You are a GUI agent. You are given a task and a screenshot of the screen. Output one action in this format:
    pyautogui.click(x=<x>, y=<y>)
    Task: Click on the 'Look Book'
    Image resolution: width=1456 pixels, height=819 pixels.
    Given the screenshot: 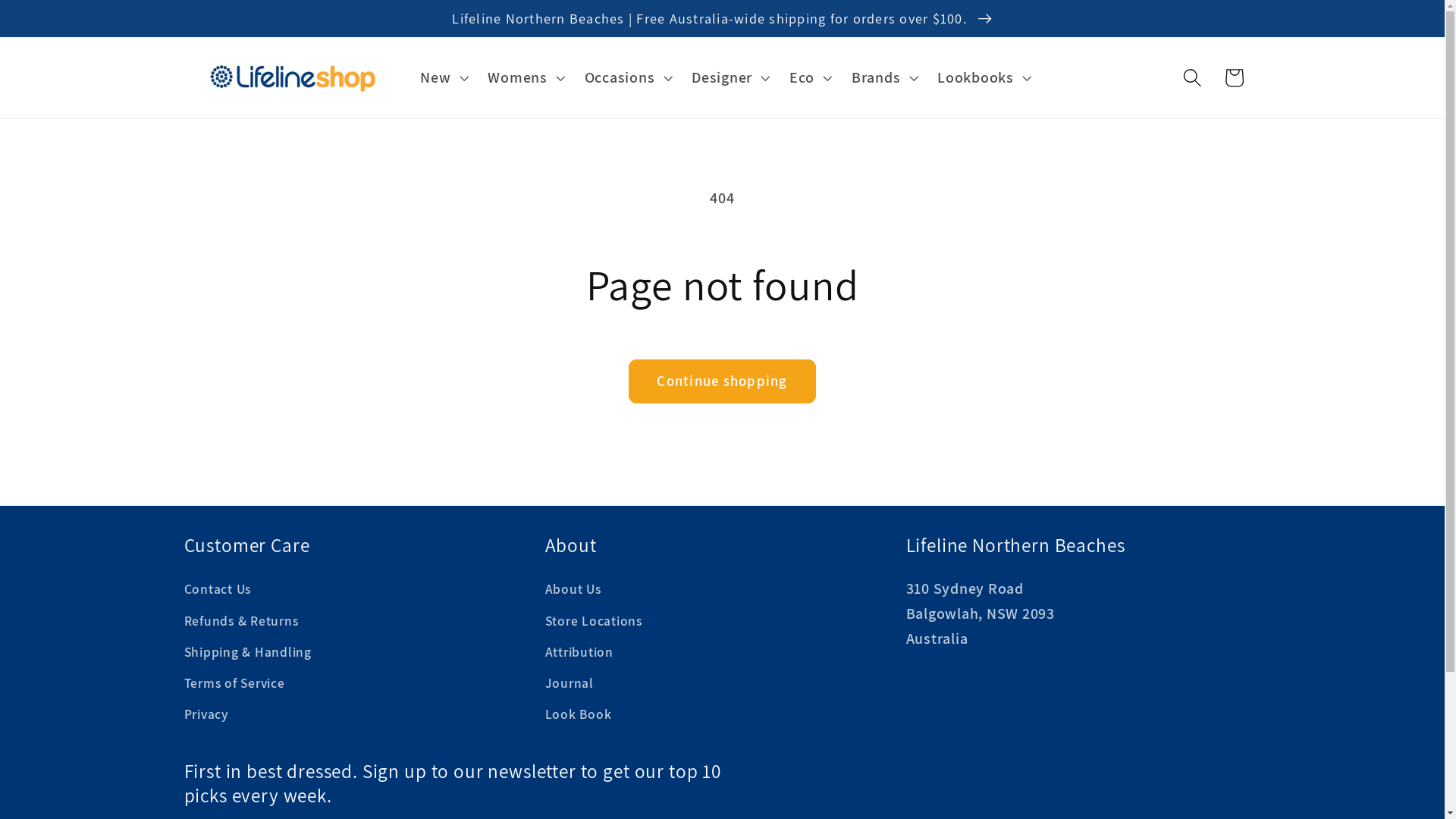 What is the action you would take?
    pyautogui.click(x=577, y=714)
    